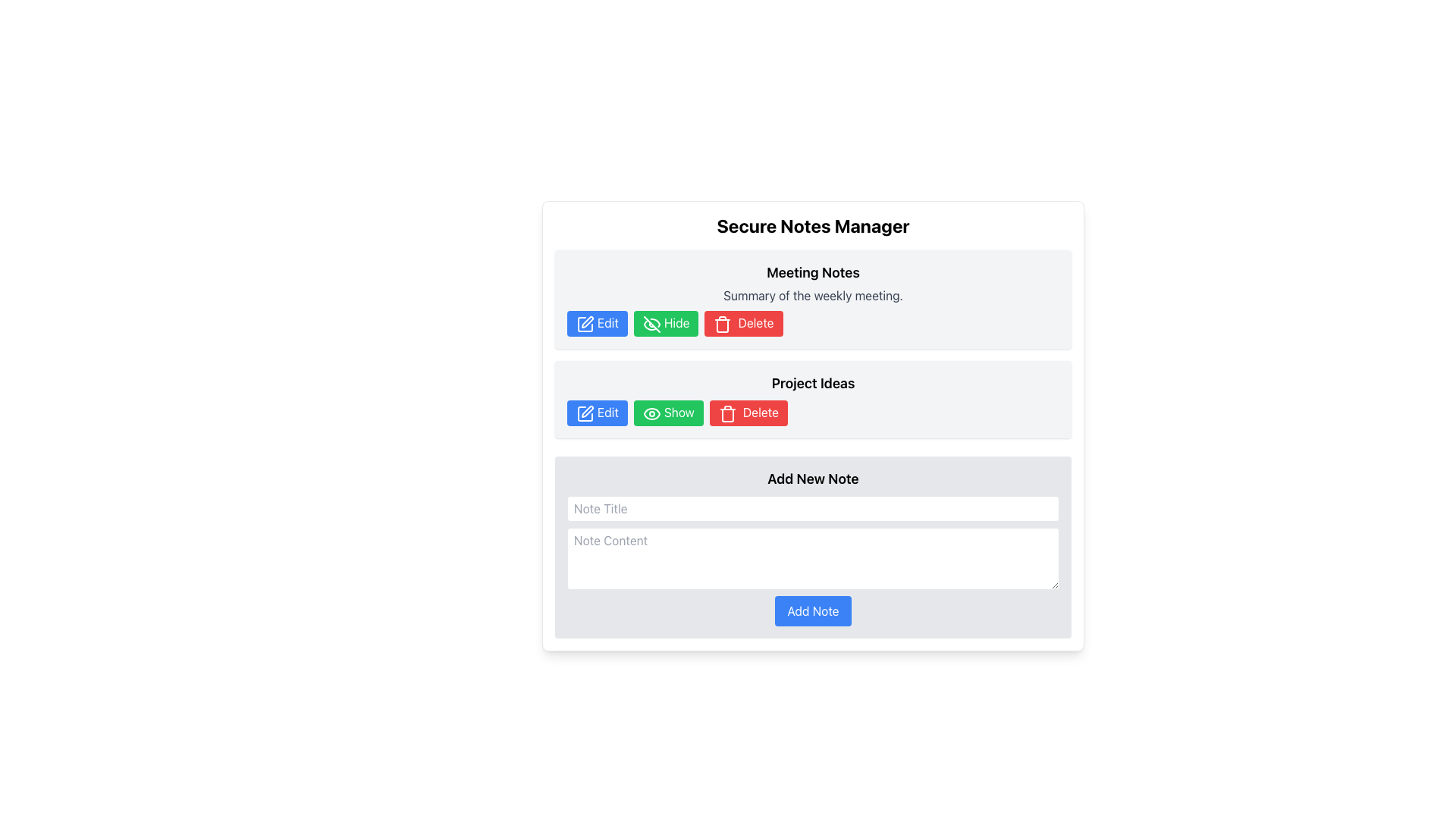  Describe the element at coordinates (812, 398) in the screenshot. I see `the 'Delete' button of the 'Project Ideas' note card within the 'Secure Notes Manager' interface` at that location.